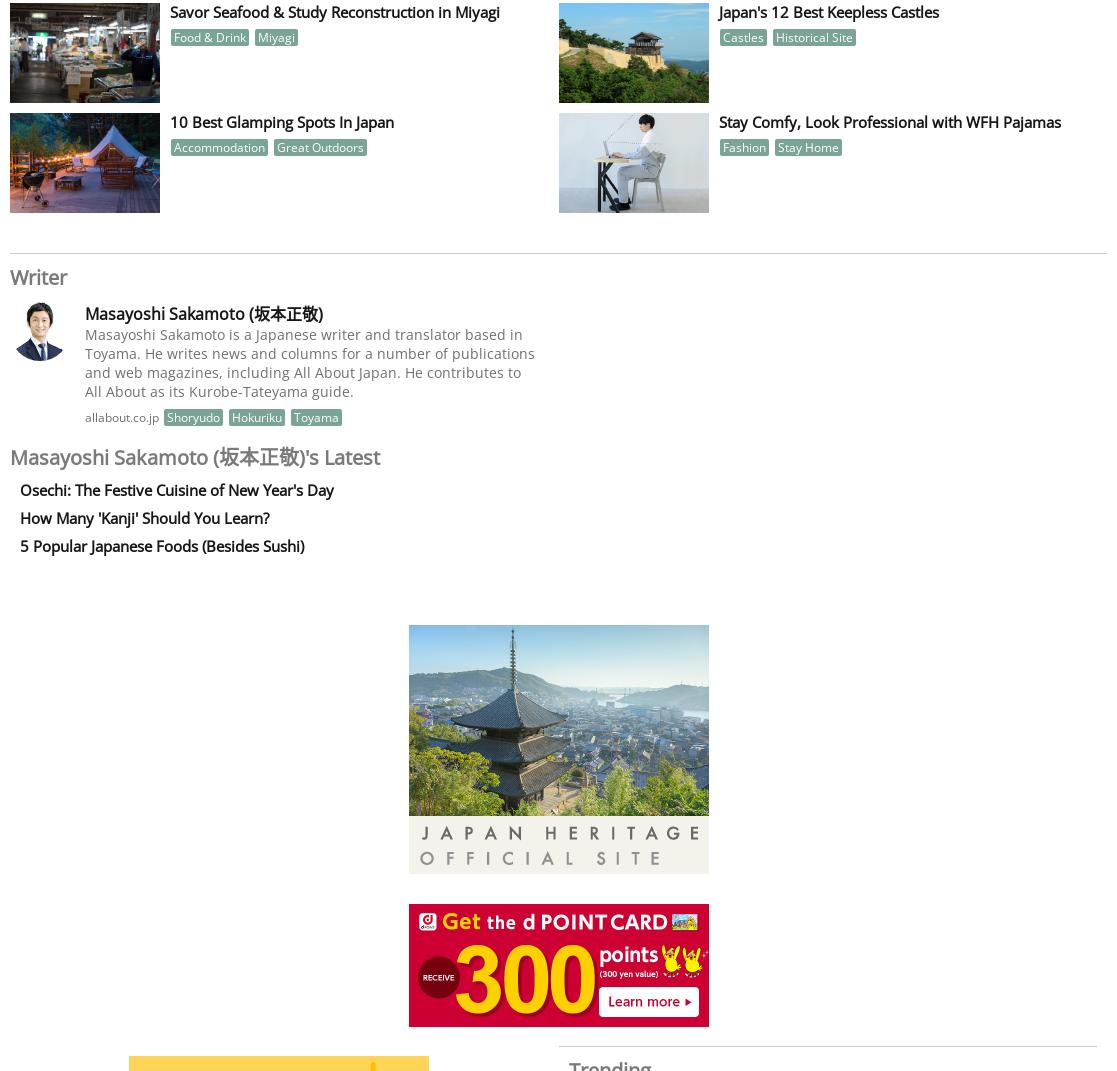 The height and width of the screenshot is (1071, 1117). I want to click on 'How Many 'Kanji' Should You Learn?', so click(144, 515).